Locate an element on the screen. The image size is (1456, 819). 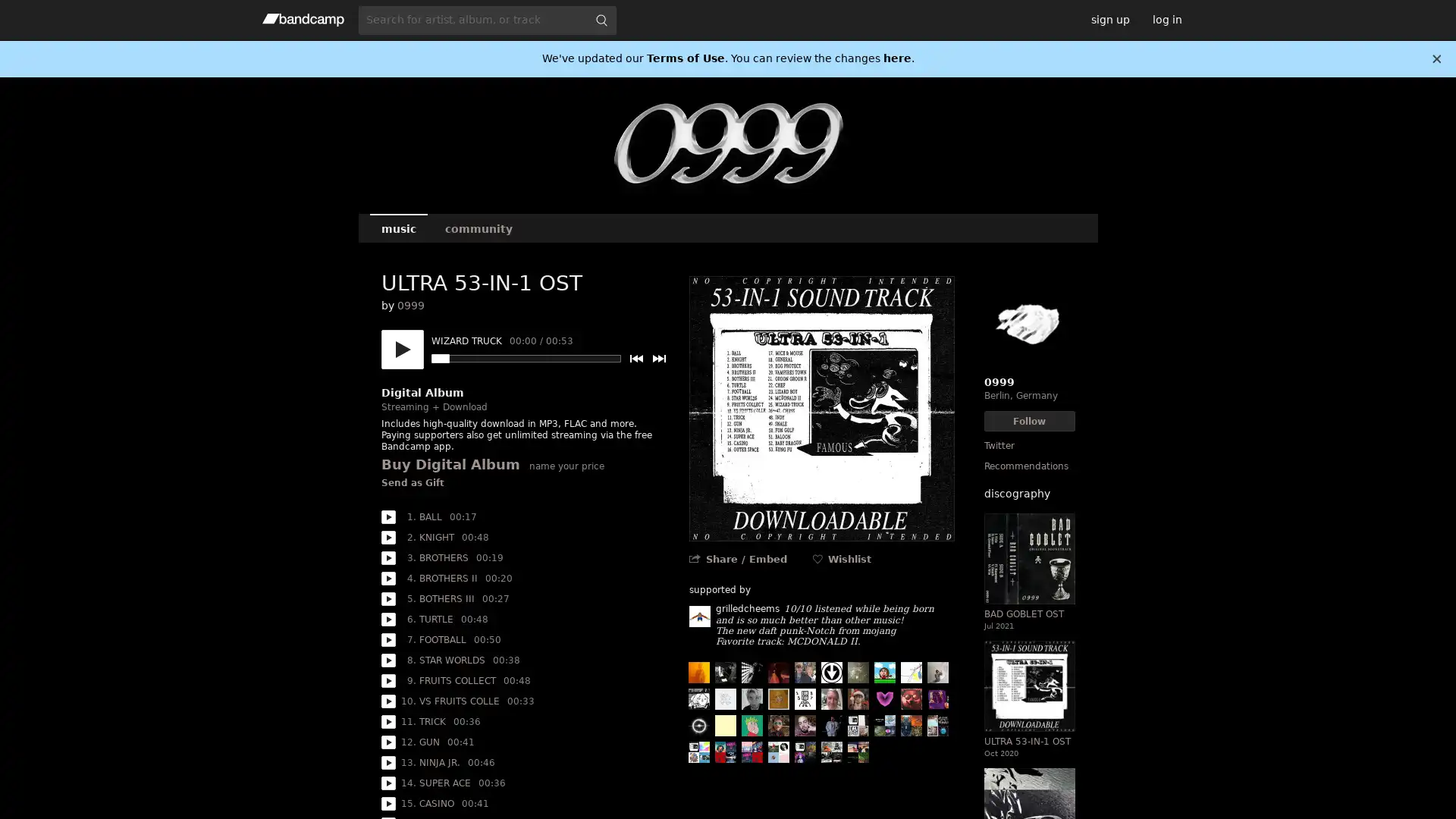
submit for full search page is located at coordinates (600, 20).